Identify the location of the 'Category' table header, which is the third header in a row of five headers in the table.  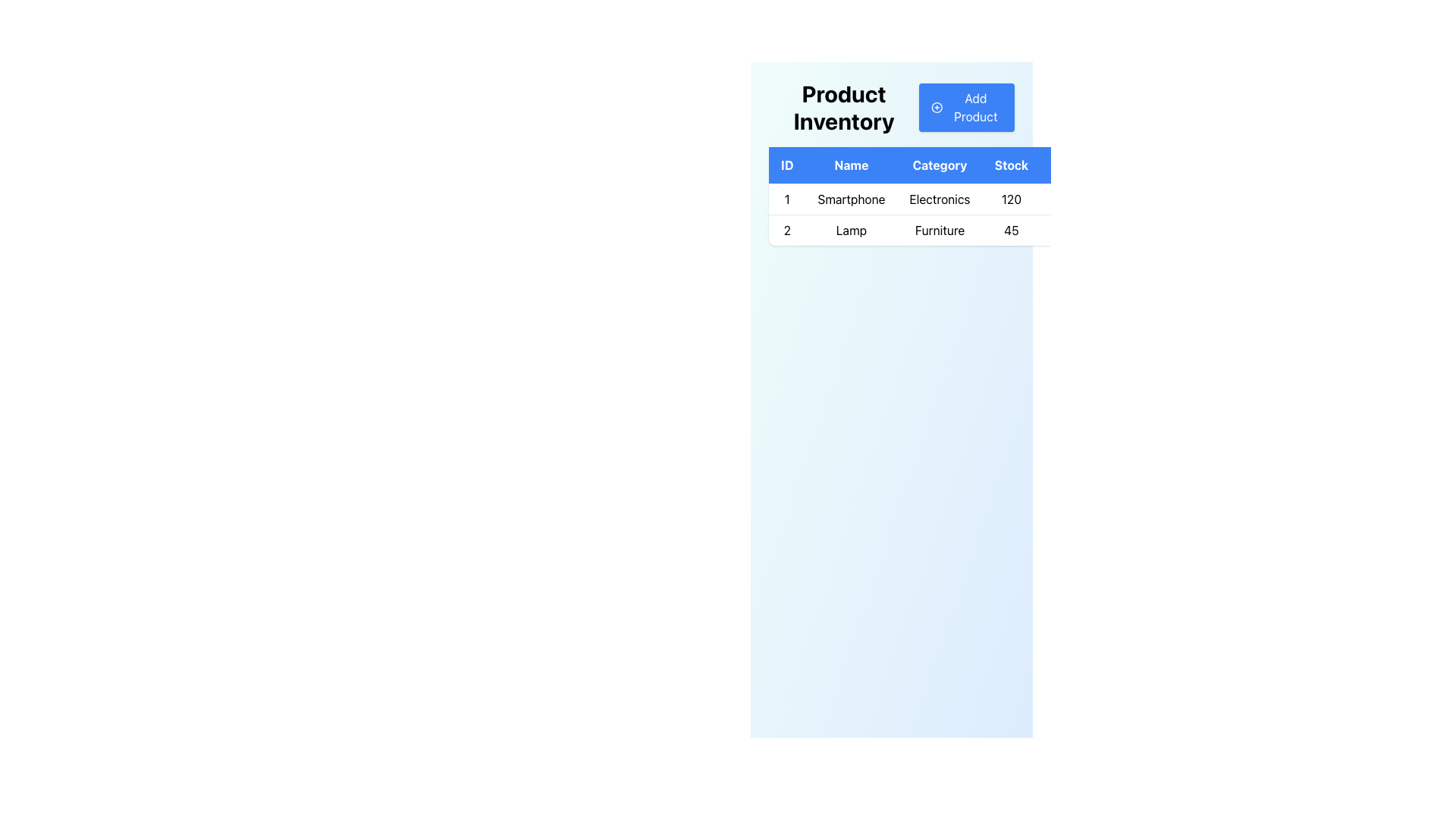
(939, 165).